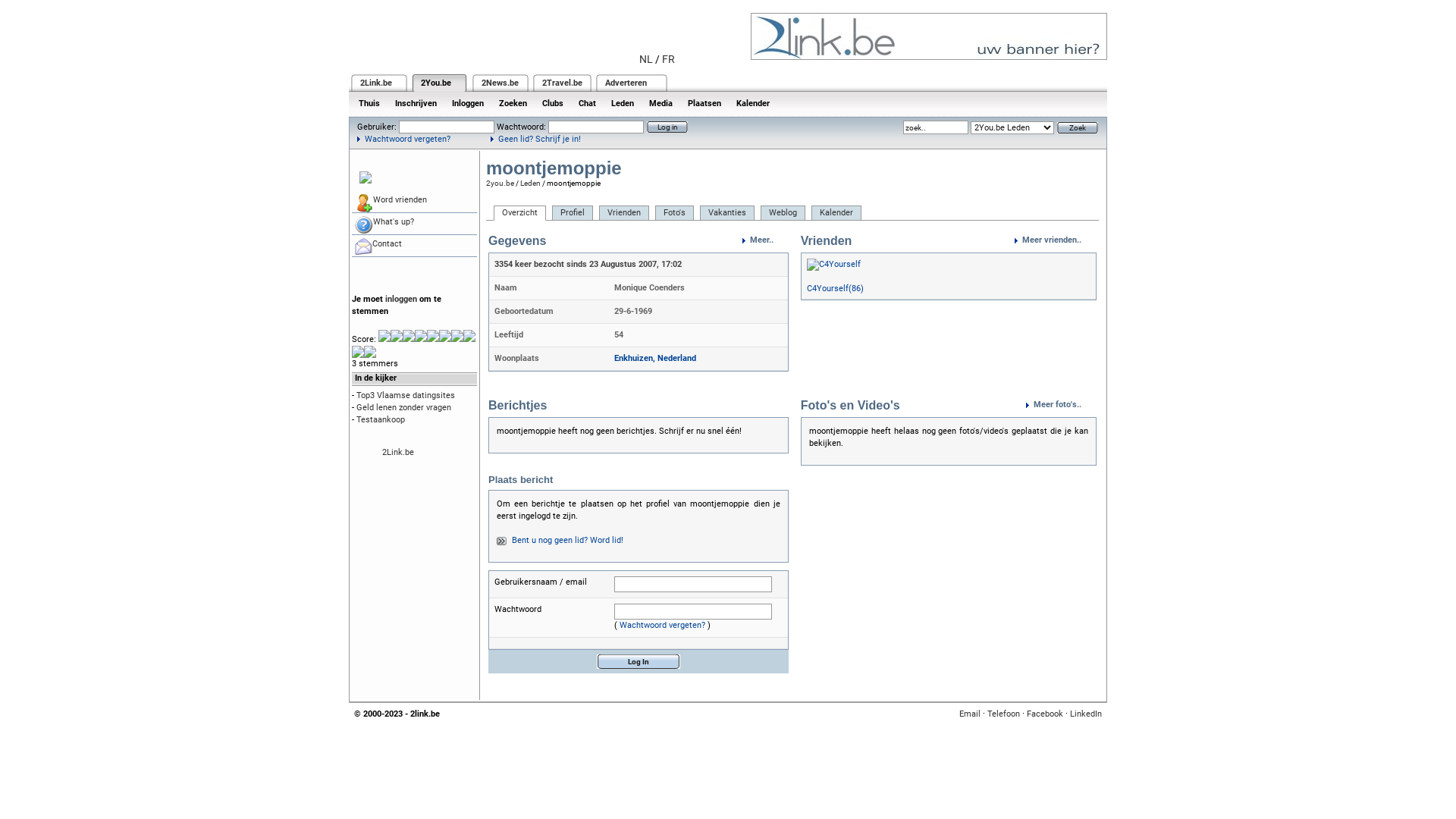 This screenshot has width=1456, height=819. Describe the element at coordinates (552, 102) in the screenshot. I see `'Clubs'` at that location.